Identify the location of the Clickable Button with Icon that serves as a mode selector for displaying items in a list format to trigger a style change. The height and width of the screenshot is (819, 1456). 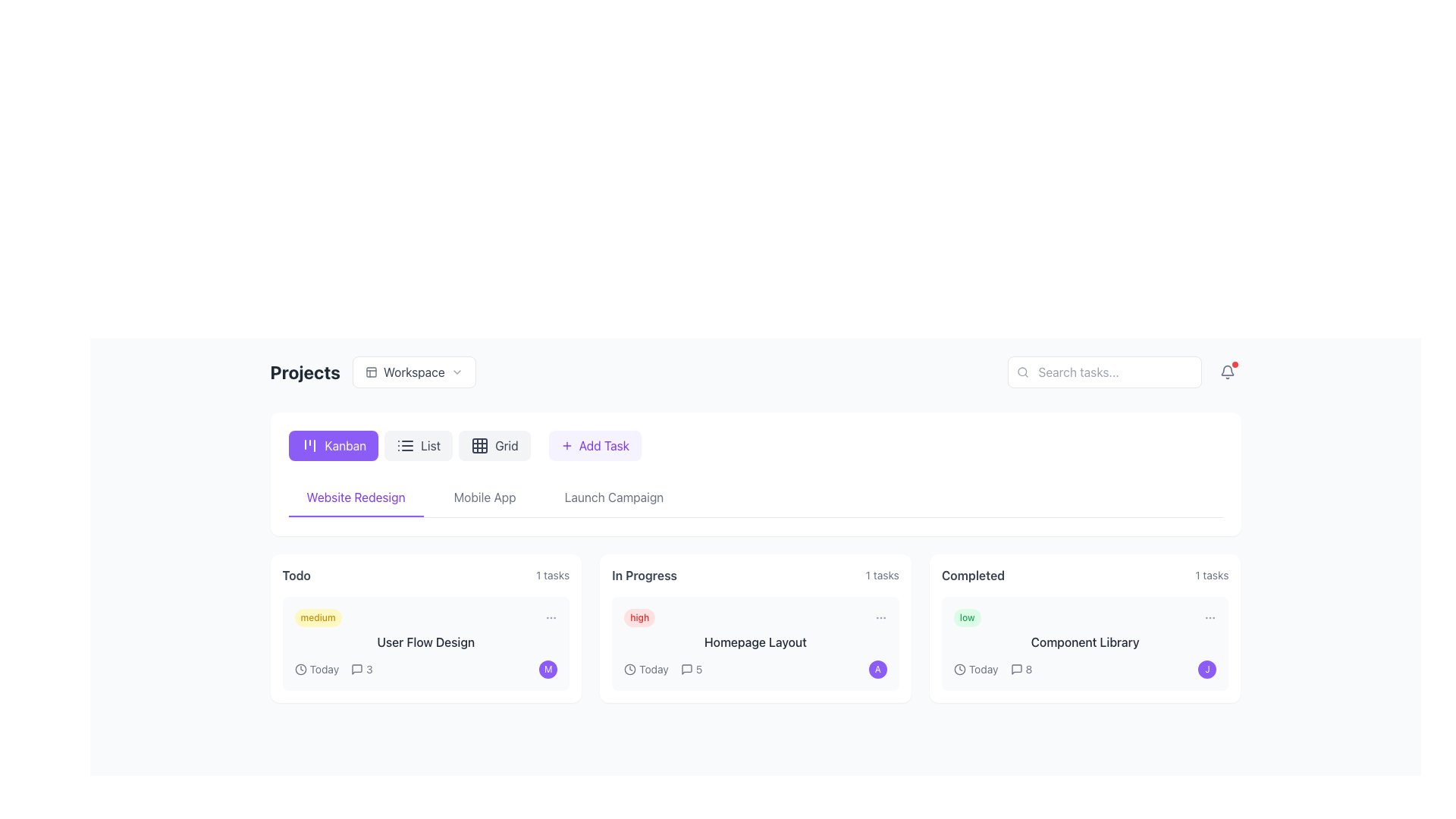
(409, 444).